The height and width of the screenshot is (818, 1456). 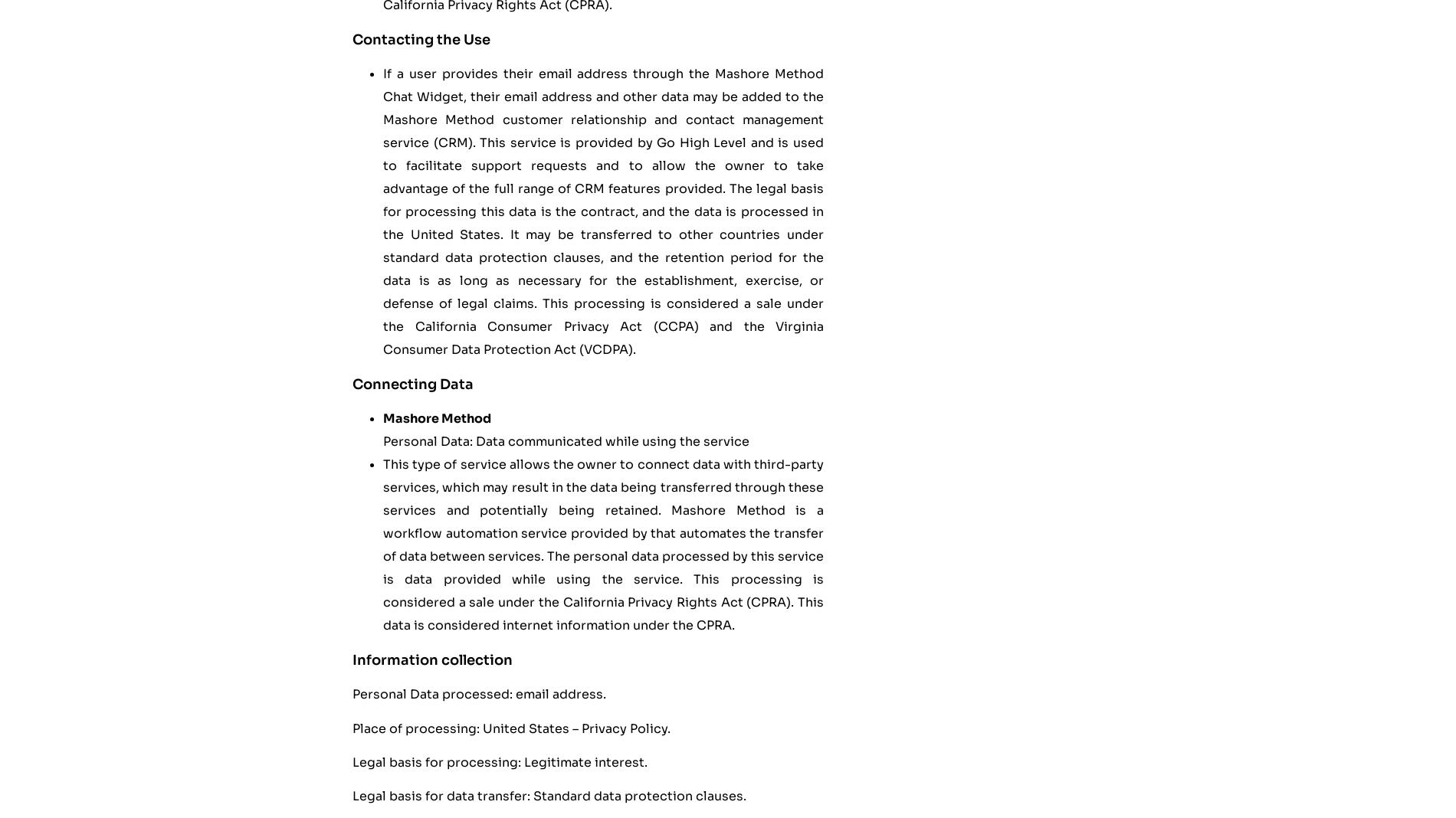 What do you see at coordinates (351, 762) in the screenshot?
I see `'Legal basis for processing: Legitimate interest.'` at bounding box center [351, 762].